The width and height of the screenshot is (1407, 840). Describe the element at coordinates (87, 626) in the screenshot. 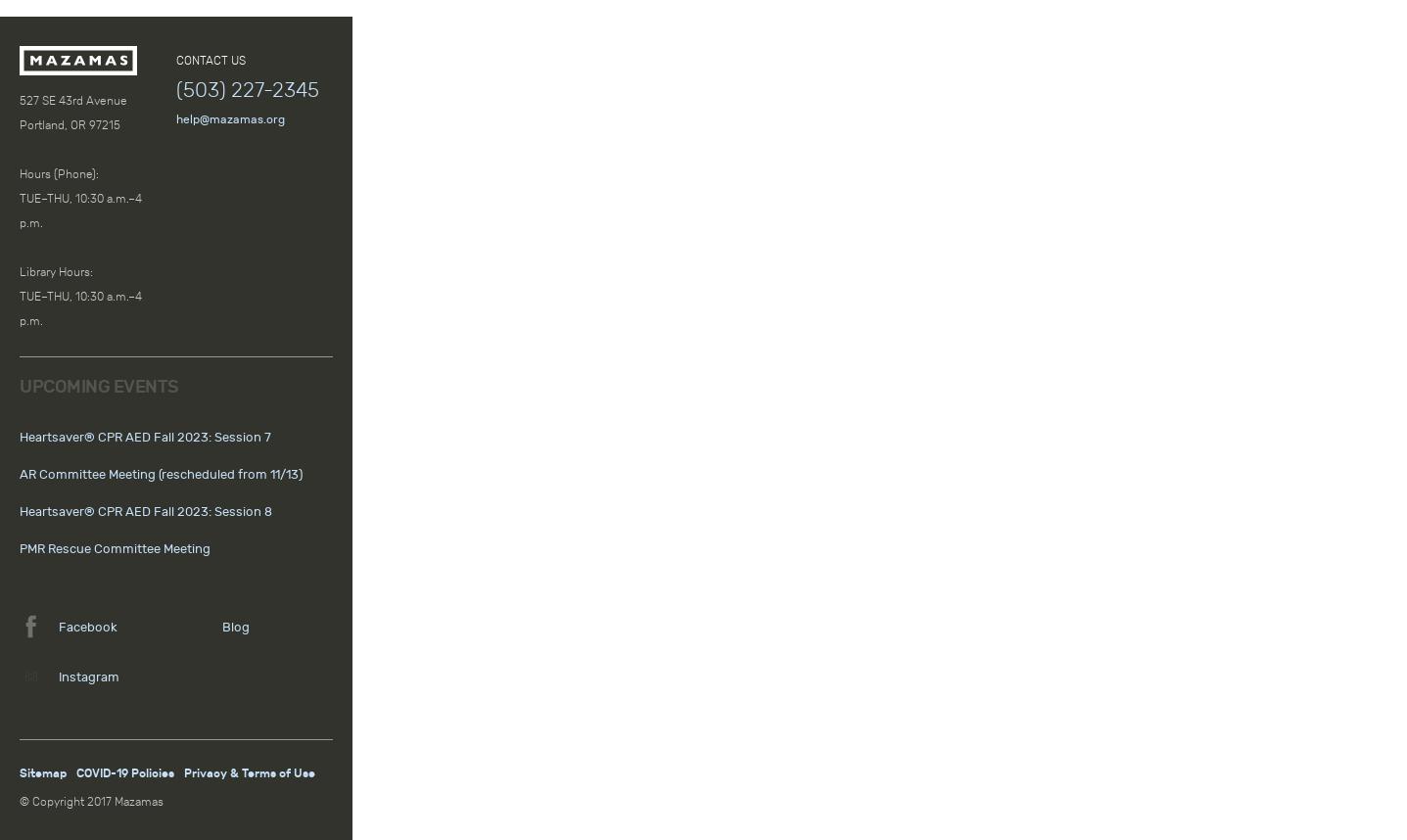

I see `'Facebook'` at that location.